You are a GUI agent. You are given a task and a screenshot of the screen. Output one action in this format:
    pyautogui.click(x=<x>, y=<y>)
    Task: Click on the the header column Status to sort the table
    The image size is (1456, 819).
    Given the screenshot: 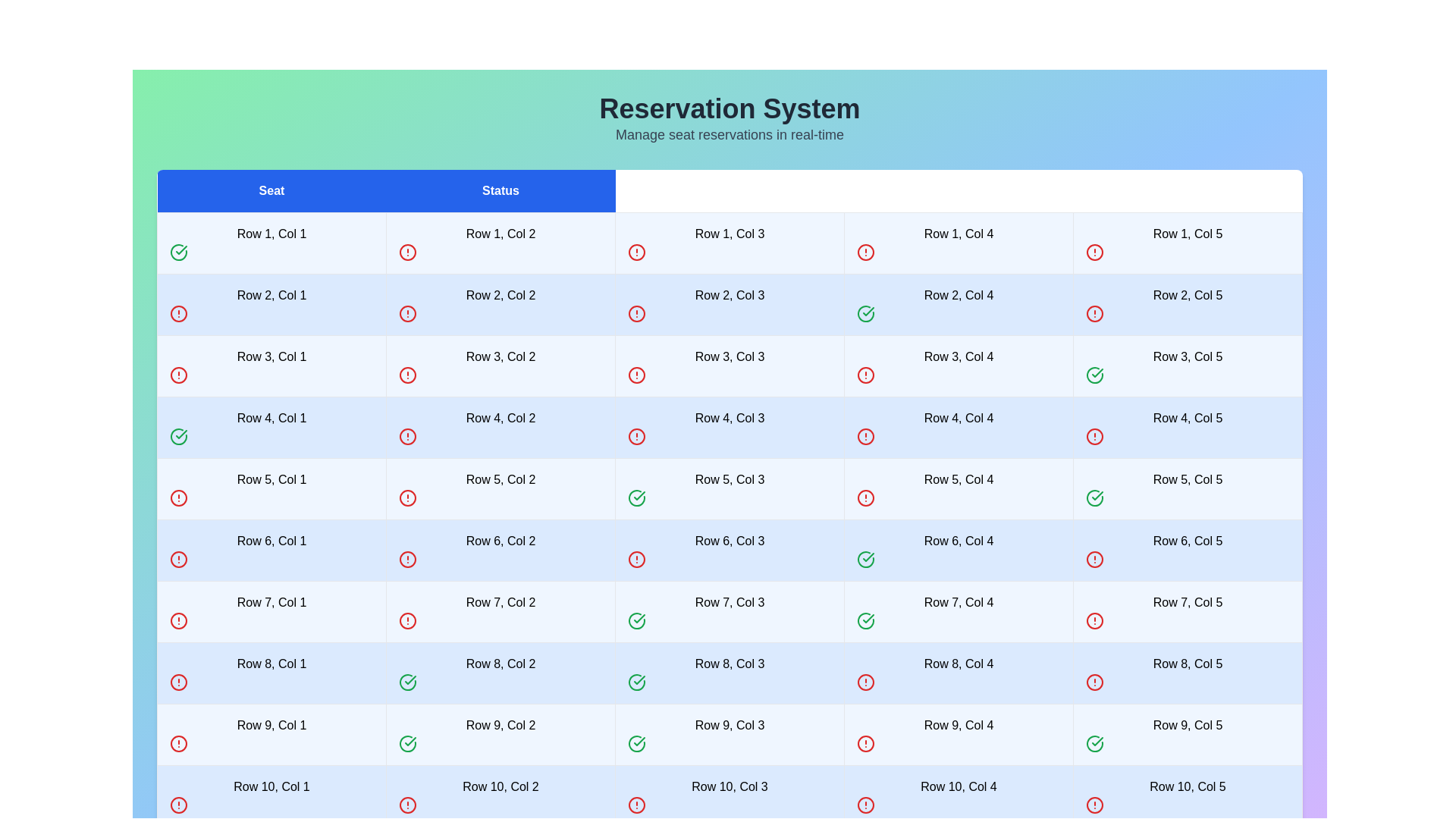 What is the action you would take?
    pyautogui.click(x=500, y=190)
    